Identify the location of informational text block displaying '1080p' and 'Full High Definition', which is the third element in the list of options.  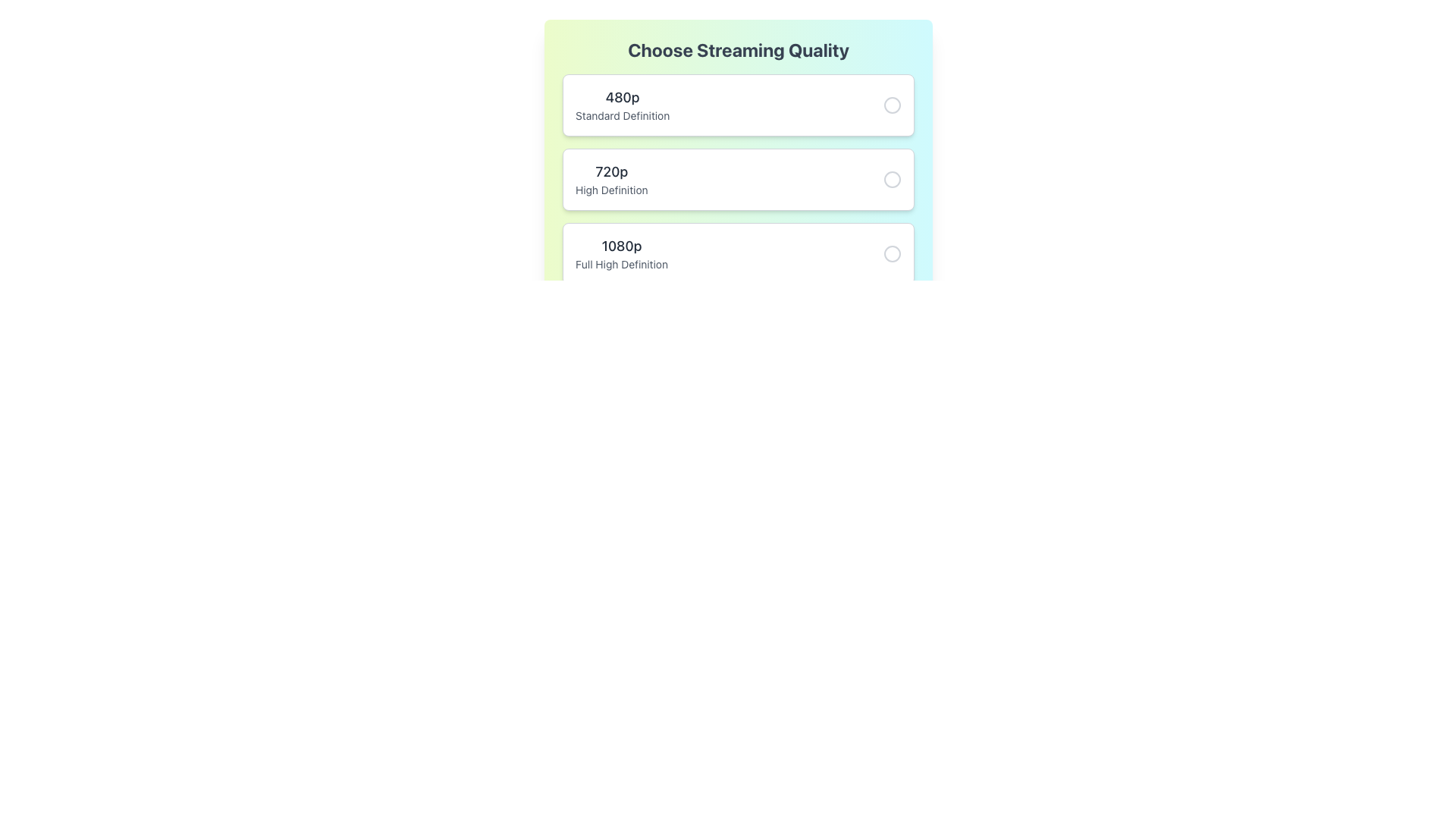
(622, 253).